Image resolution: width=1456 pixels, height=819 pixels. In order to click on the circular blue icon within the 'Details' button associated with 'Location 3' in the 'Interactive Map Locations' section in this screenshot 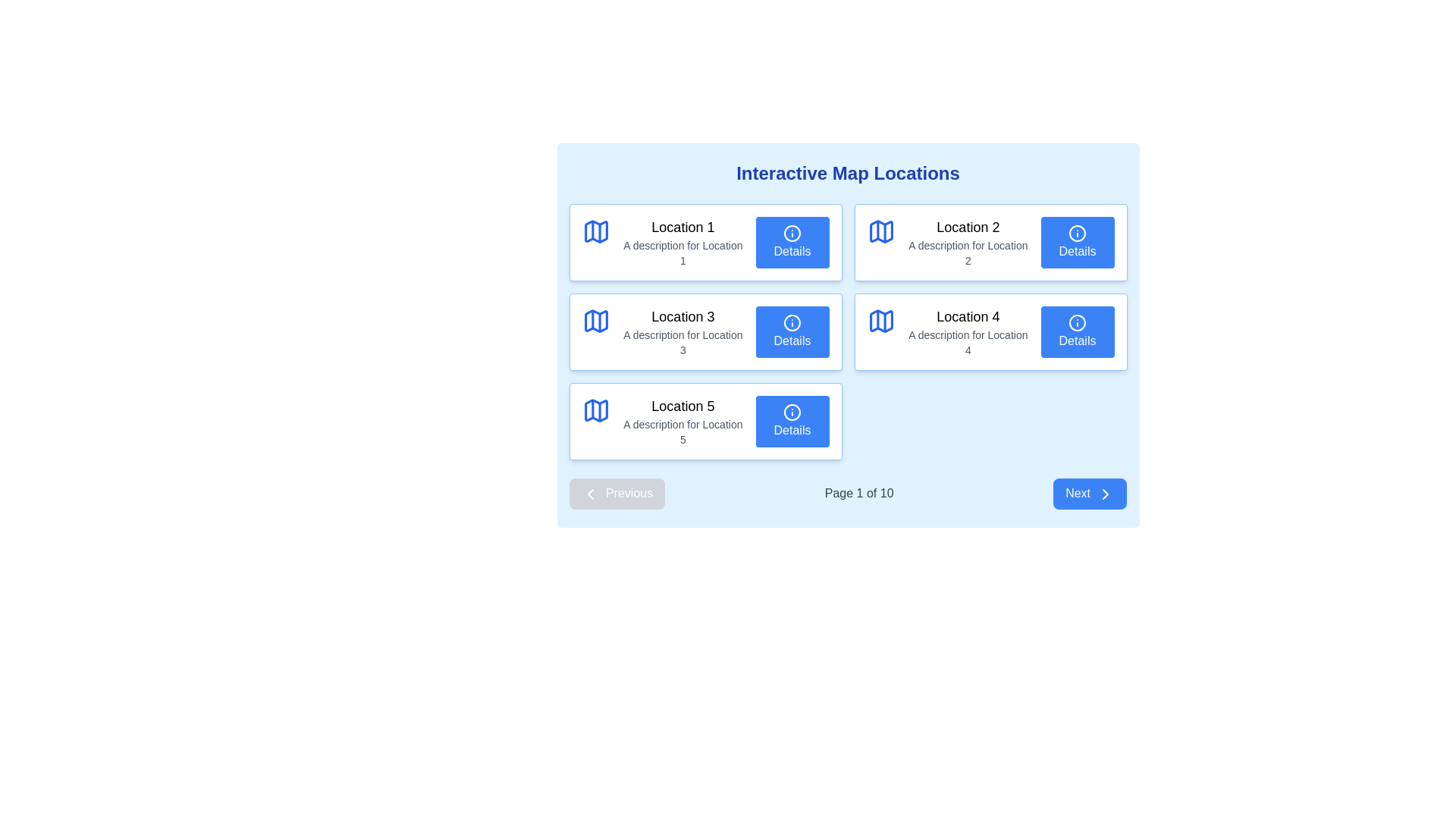, I will do `click(792, 322)`.